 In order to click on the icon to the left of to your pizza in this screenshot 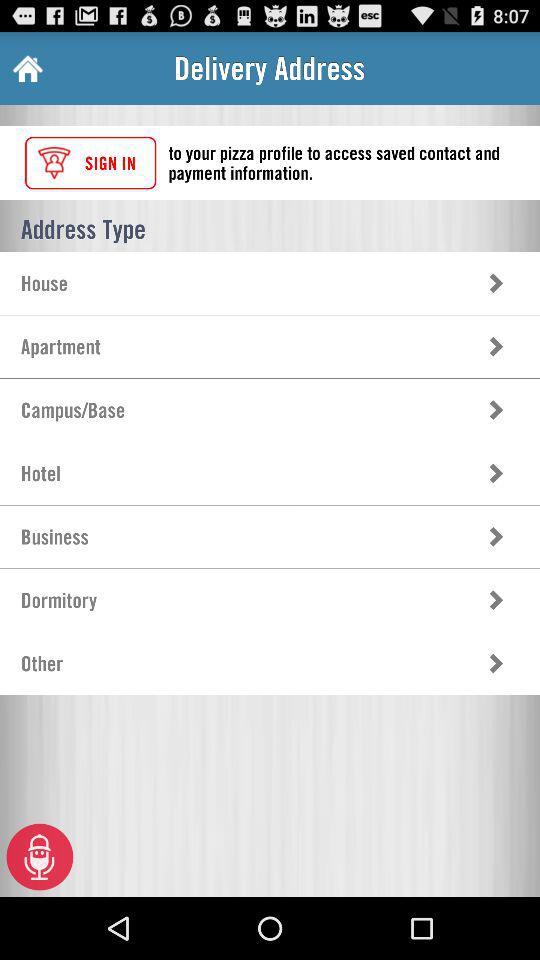, I will do `click(89, 162)`.